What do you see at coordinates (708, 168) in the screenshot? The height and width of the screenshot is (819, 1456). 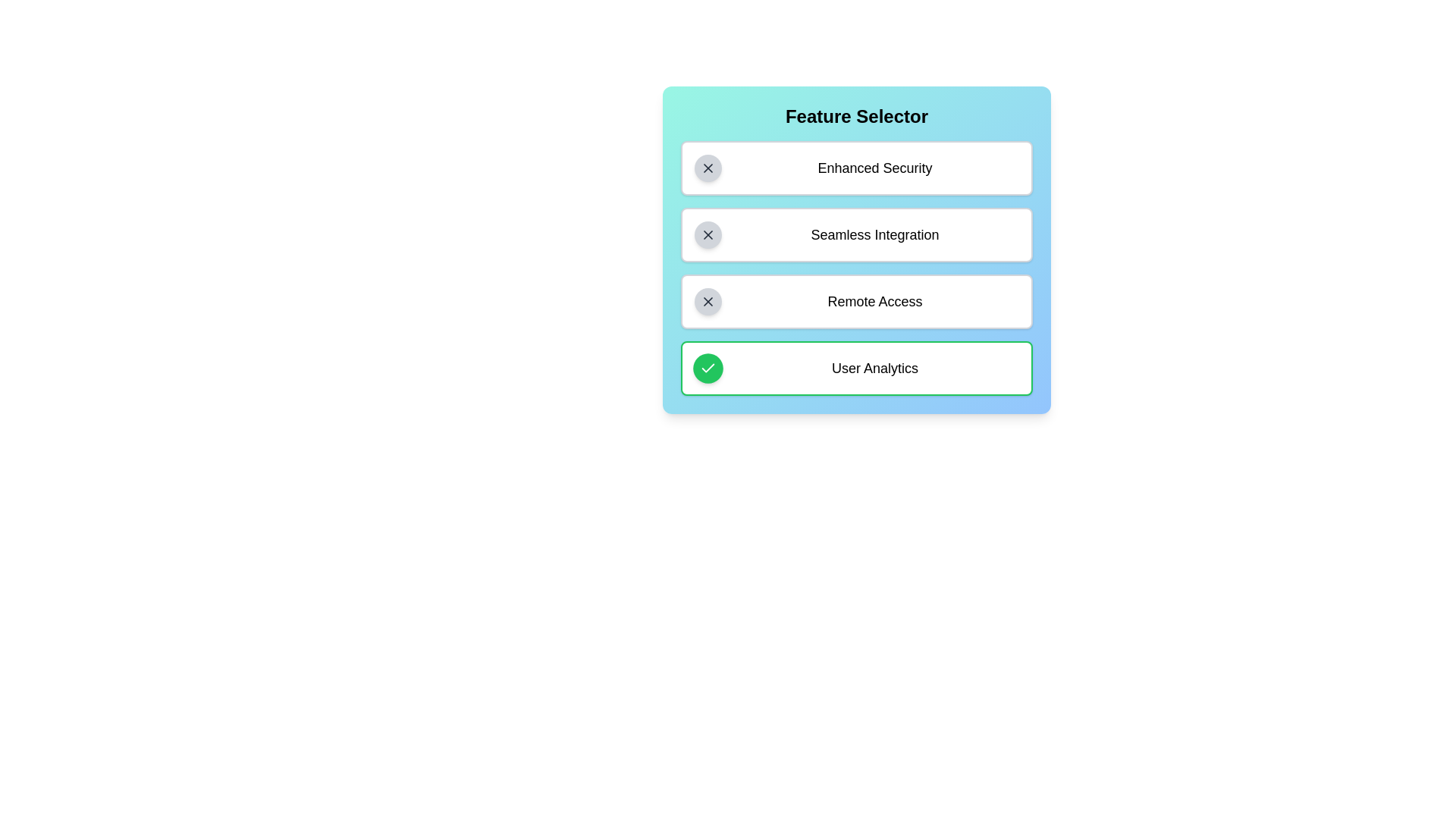 I see `the feature Enhanced Security by clicking its button` at bounding box center [708, 168].